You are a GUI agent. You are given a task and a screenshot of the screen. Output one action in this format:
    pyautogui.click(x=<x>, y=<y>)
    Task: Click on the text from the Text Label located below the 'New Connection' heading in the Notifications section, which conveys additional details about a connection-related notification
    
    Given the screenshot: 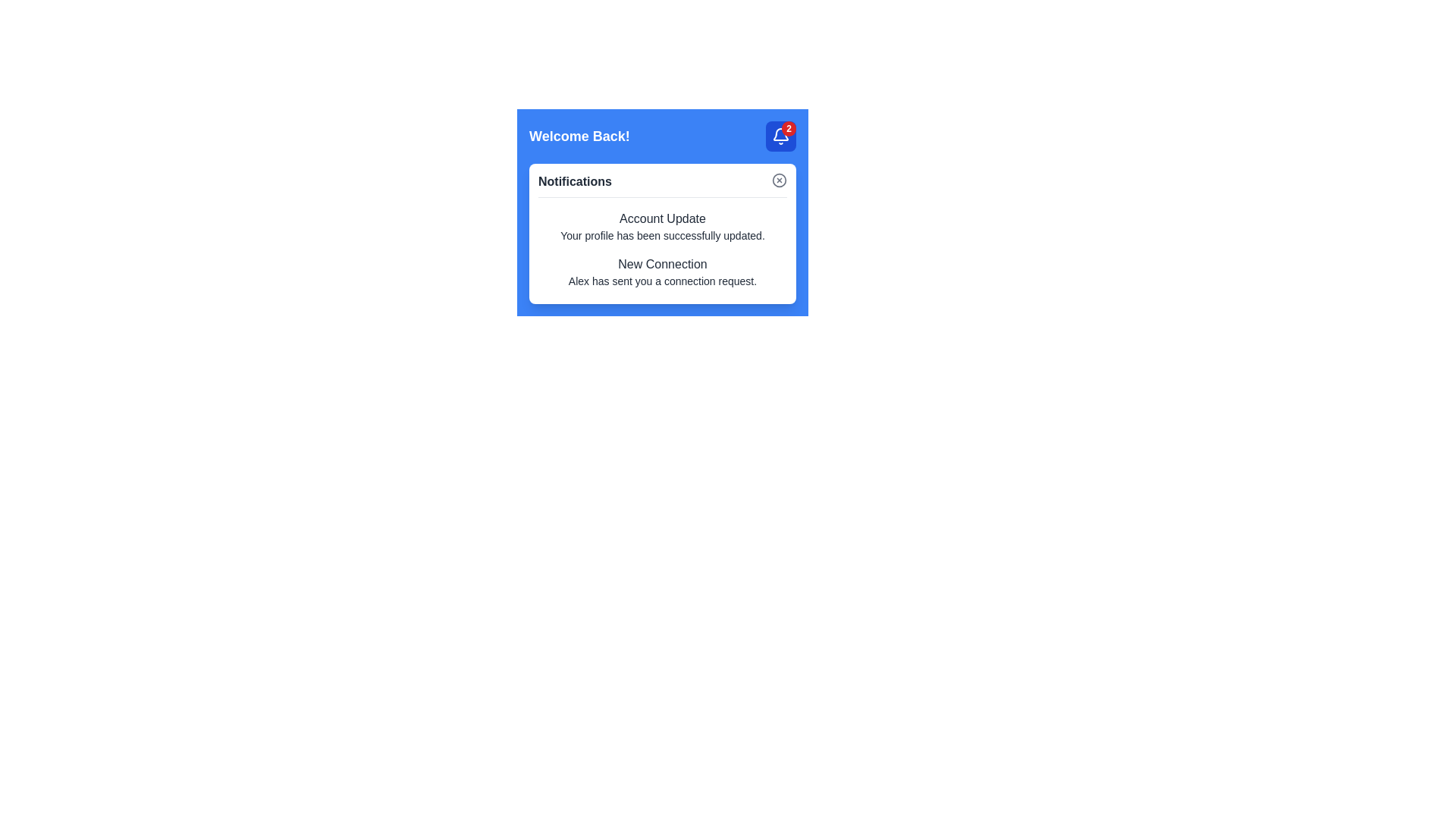 What is the action you would take?
    pyautogui.click(x=662, y=281)
    